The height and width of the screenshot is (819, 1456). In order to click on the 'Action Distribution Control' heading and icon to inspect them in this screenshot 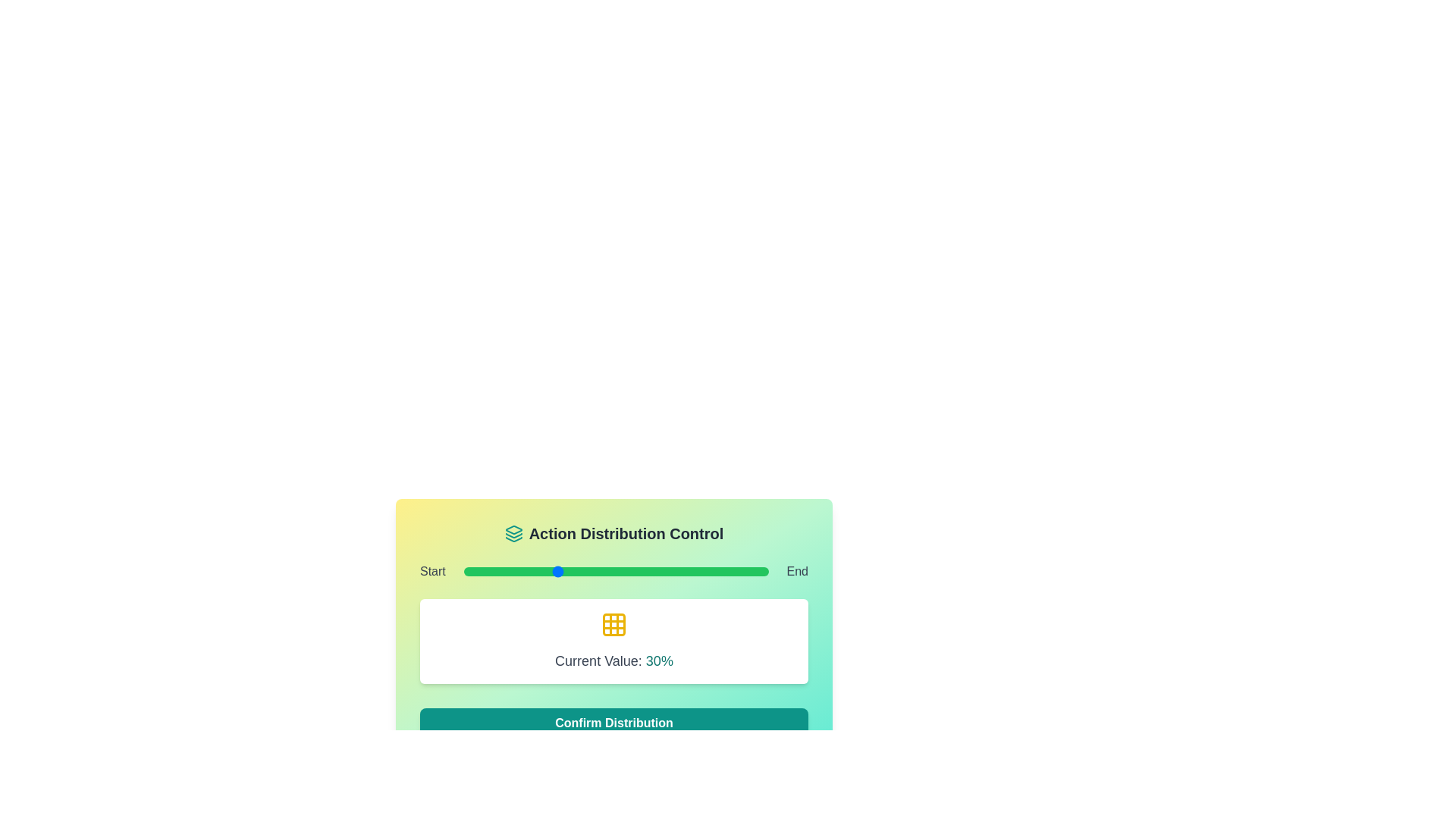, I will do `click(614, 533)`.